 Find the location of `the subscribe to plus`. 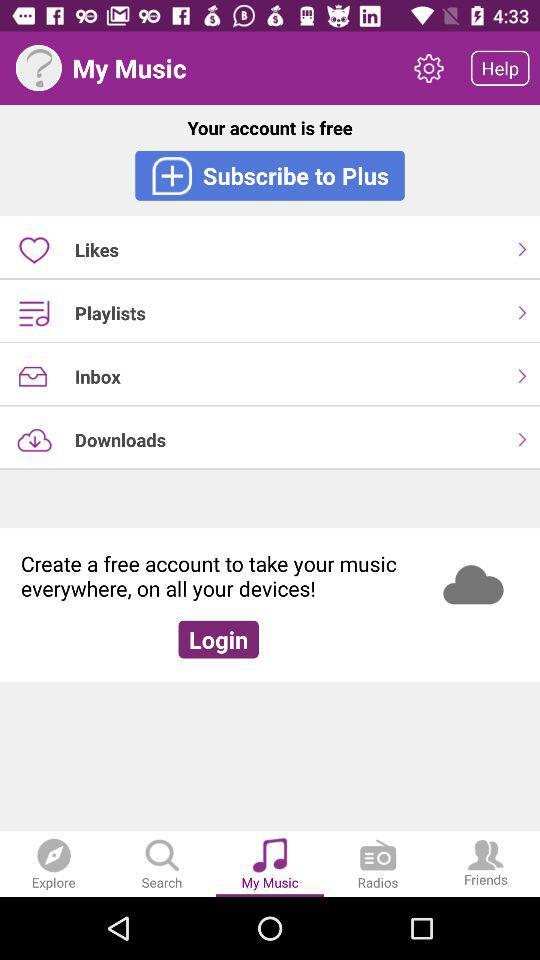

the subscribe to plus is located at coordinates (270, 174).